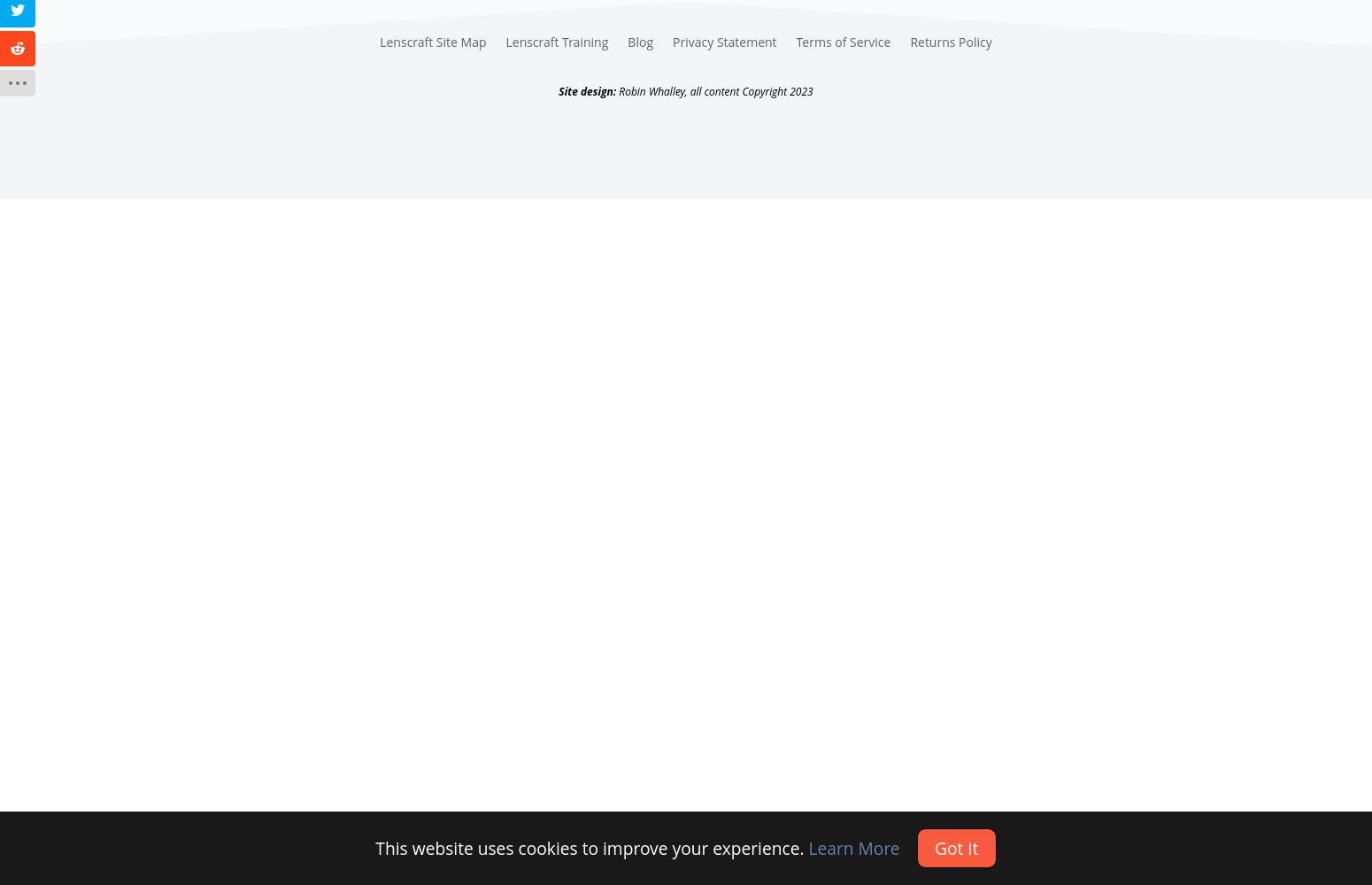 Image resolution: width=1372 pixels, height=885 pixels. I want to click on 'Blog', so click(640, 42).